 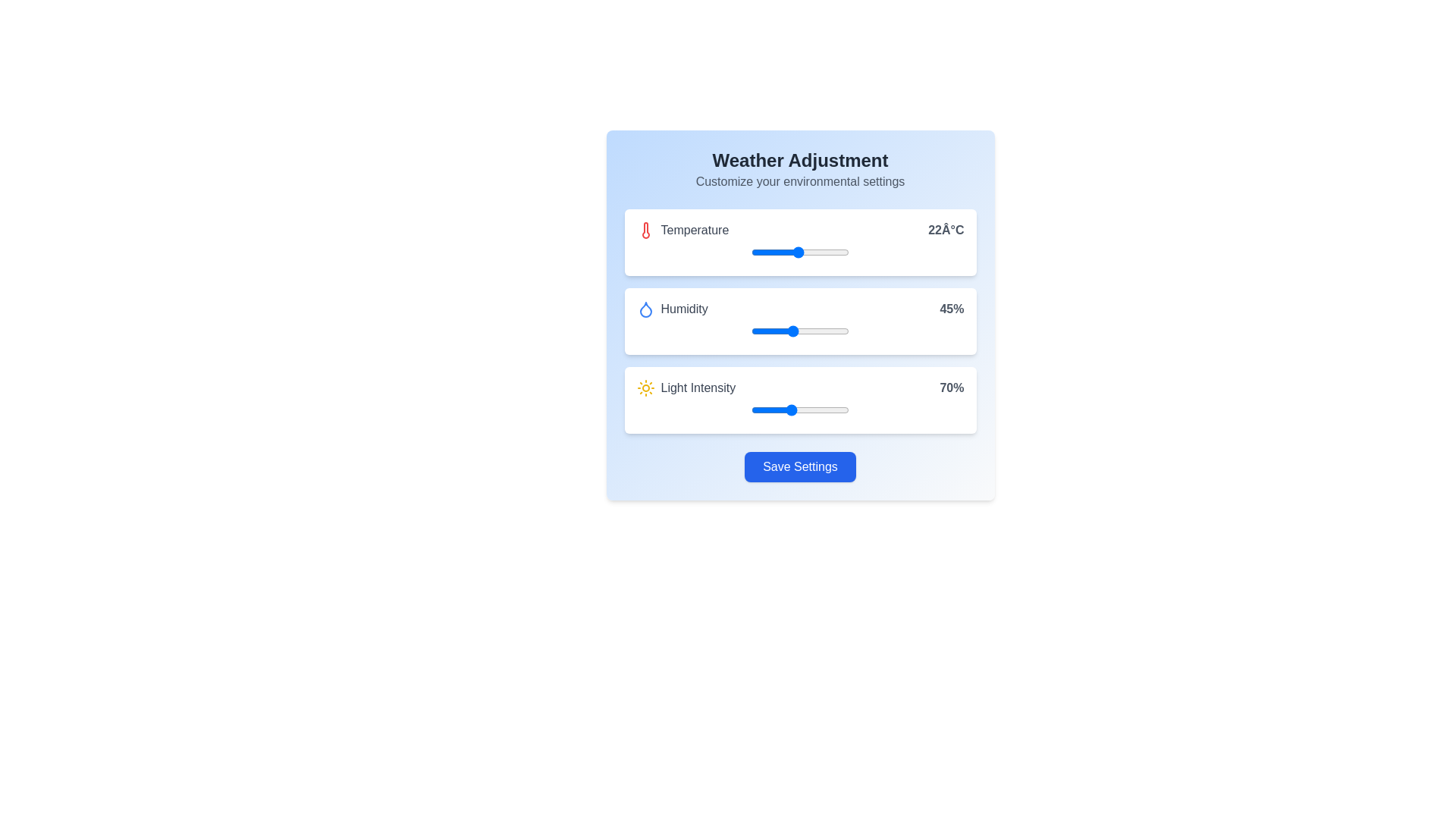 What do you see at coordinates (799, 161) in the screenshot?
I see `the Text label (heading) that serves as the title for the card, located at the top-center of the card layout, above the 'Customize your environmental settings' text` at bounding box center [799, 161].